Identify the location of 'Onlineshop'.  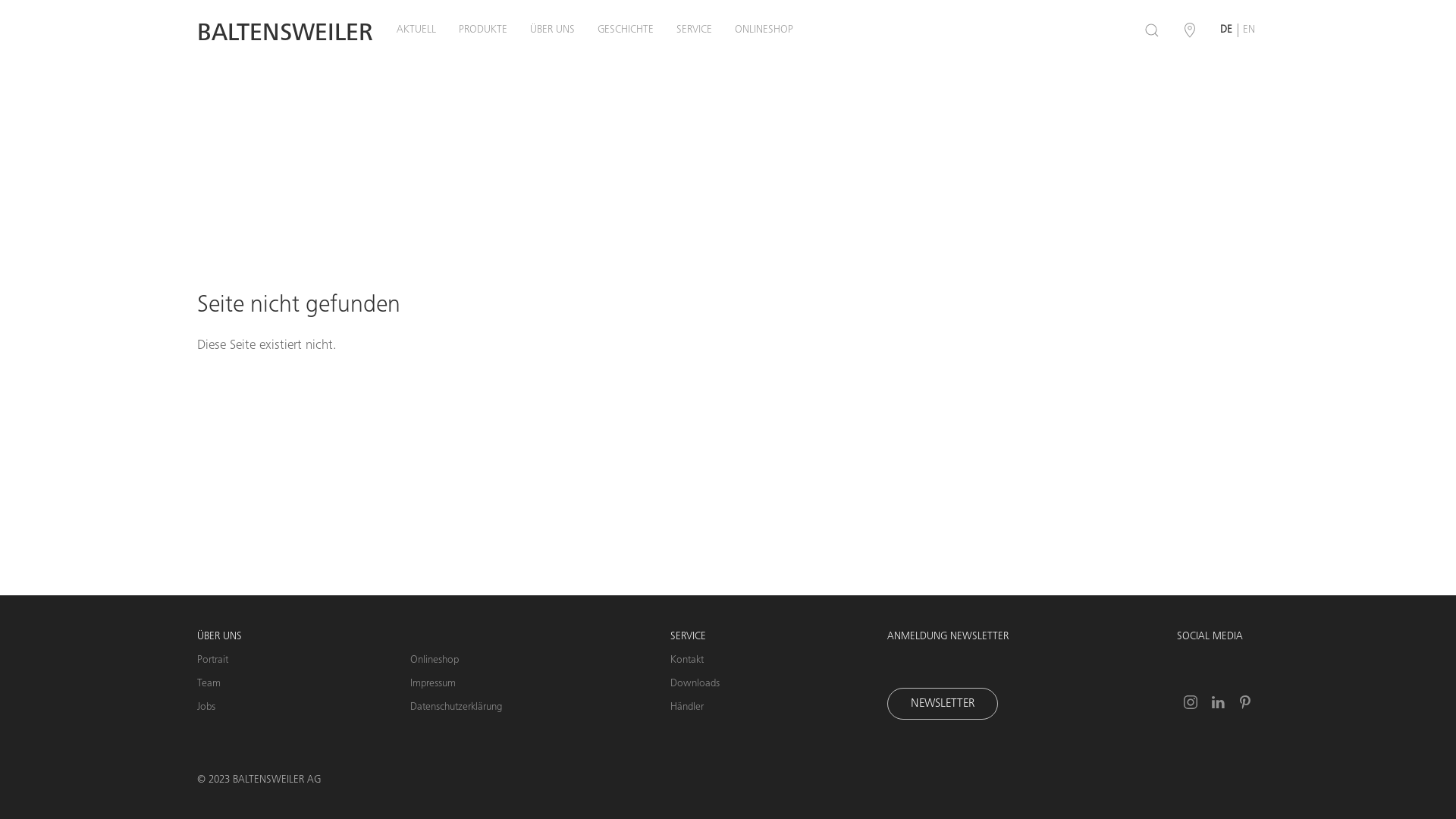
(455, 660).